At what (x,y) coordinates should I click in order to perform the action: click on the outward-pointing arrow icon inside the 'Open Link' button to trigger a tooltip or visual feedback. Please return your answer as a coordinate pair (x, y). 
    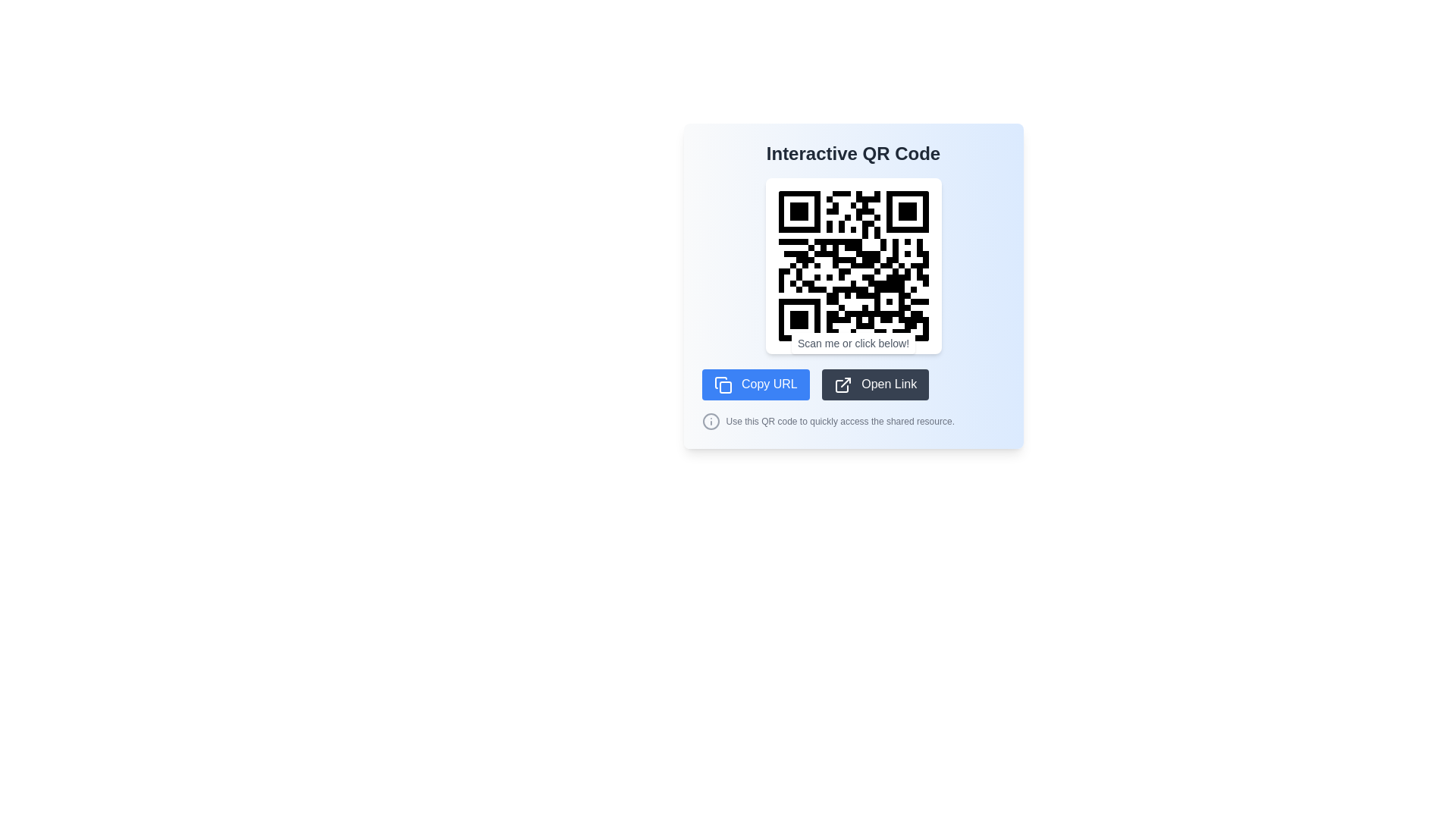
    Looking at the image, I should click on (842, 384).